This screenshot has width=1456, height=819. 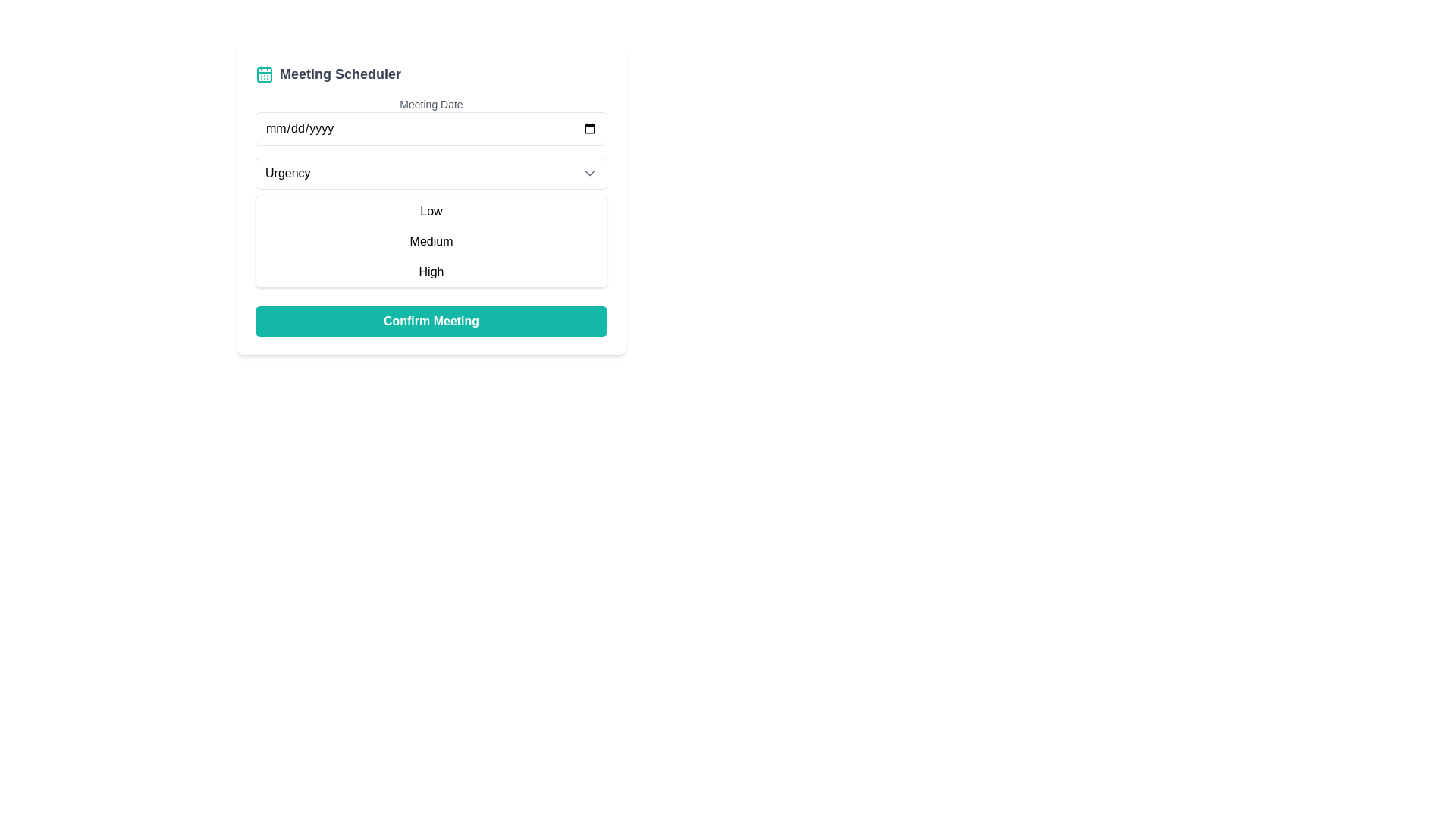 What do you see at coordinates (431, 321) in the screenshot?
I see `the confirm button located at the bottom of the meeting scheduling layout to finalize the meeting details entered by the user` at bounding box center [431, 321].